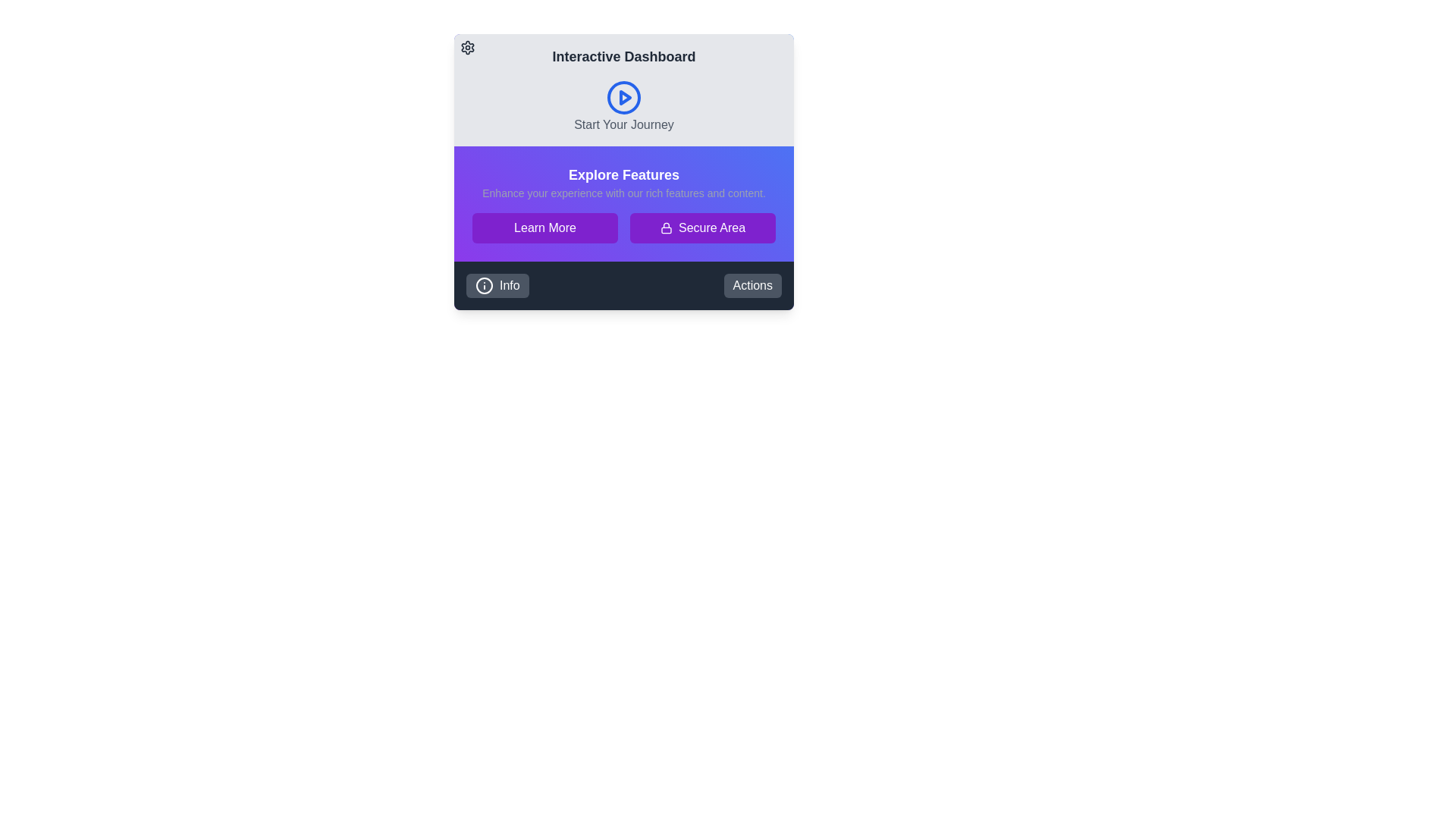  Describe the element at coordinates (623, 174) in the screenshot. I see `the text label displaying 'Explore Features' which is bold, large, and white on a purple gradient background, located at the center near the top of the purple section` at that location.